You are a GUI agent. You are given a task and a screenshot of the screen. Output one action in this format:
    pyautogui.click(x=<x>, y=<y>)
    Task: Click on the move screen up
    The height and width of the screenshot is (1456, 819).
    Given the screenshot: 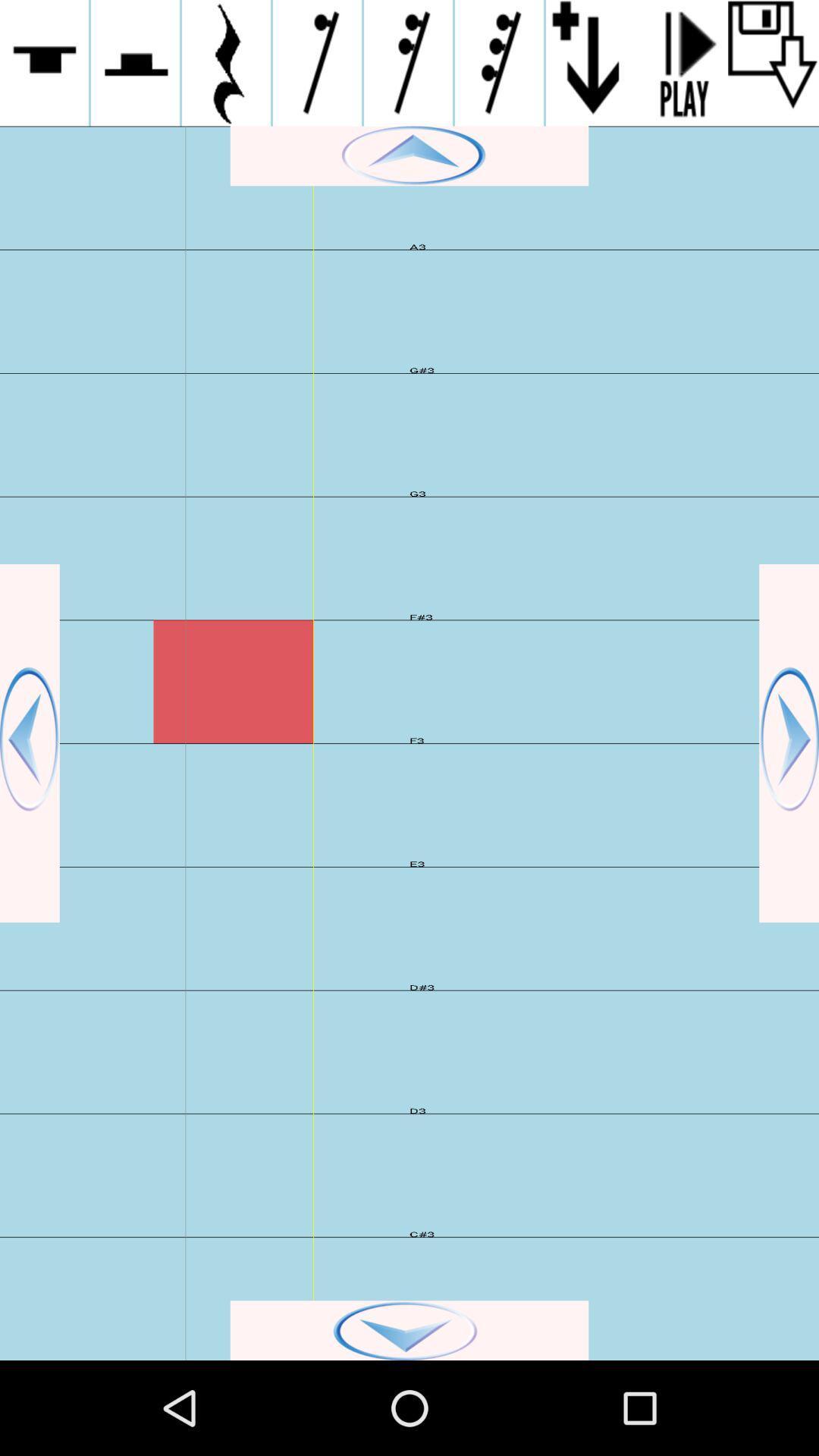 What is the action you would take?
    pyautogui.click(x=409, y=155)
    